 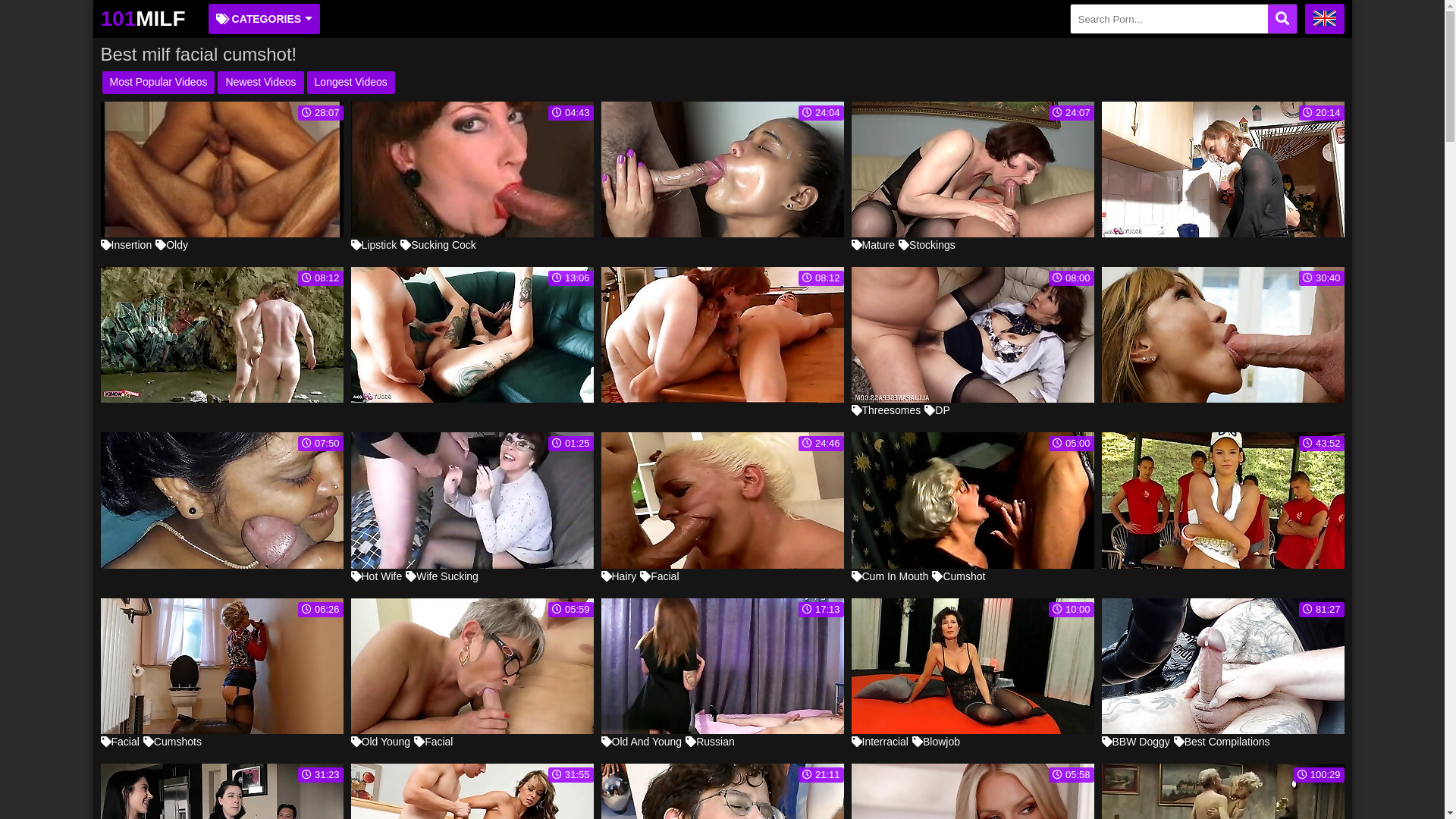 I want to click on 'Insertion', so click(x=126, y=244).